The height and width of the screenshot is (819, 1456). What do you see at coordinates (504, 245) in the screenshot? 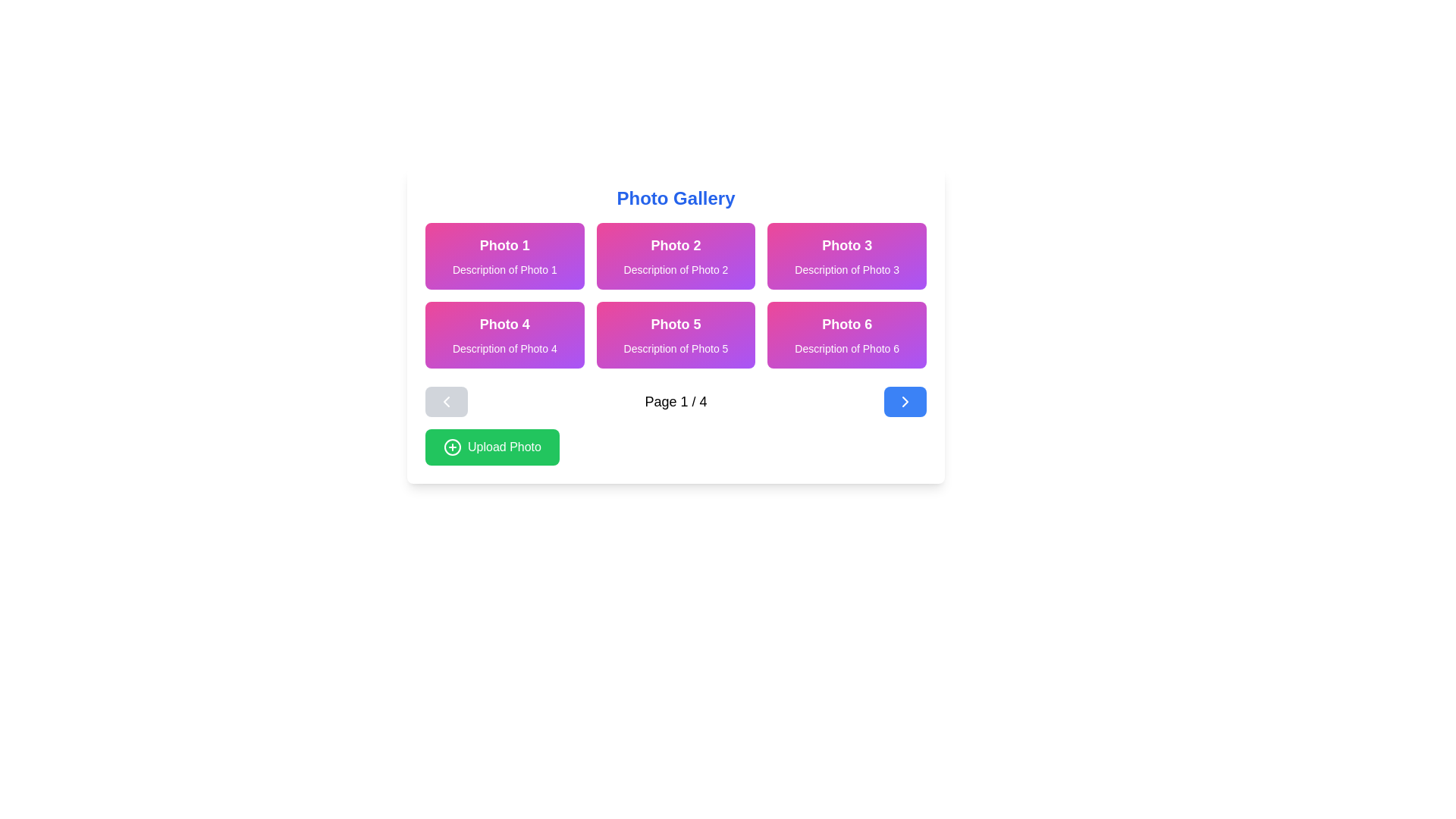
I see `the bold text label that reads 'Photo 1' positioned at the top-center of the first photo card in the gallery` at bounding box center [504, 245].